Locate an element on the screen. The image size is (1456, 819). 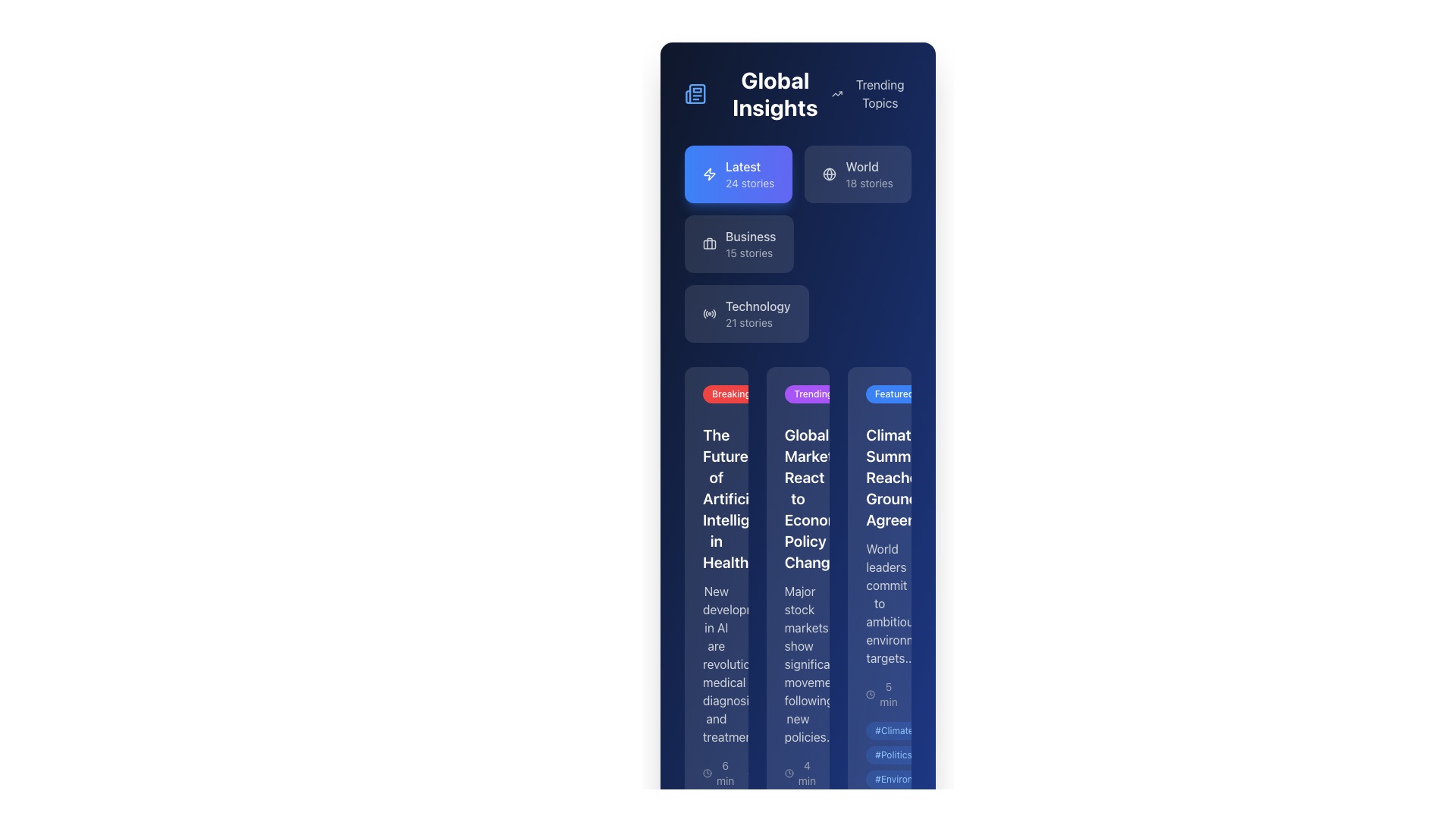
the 'Technology' button, which is the third button in the sidebar is located at coordinates (758, 312).